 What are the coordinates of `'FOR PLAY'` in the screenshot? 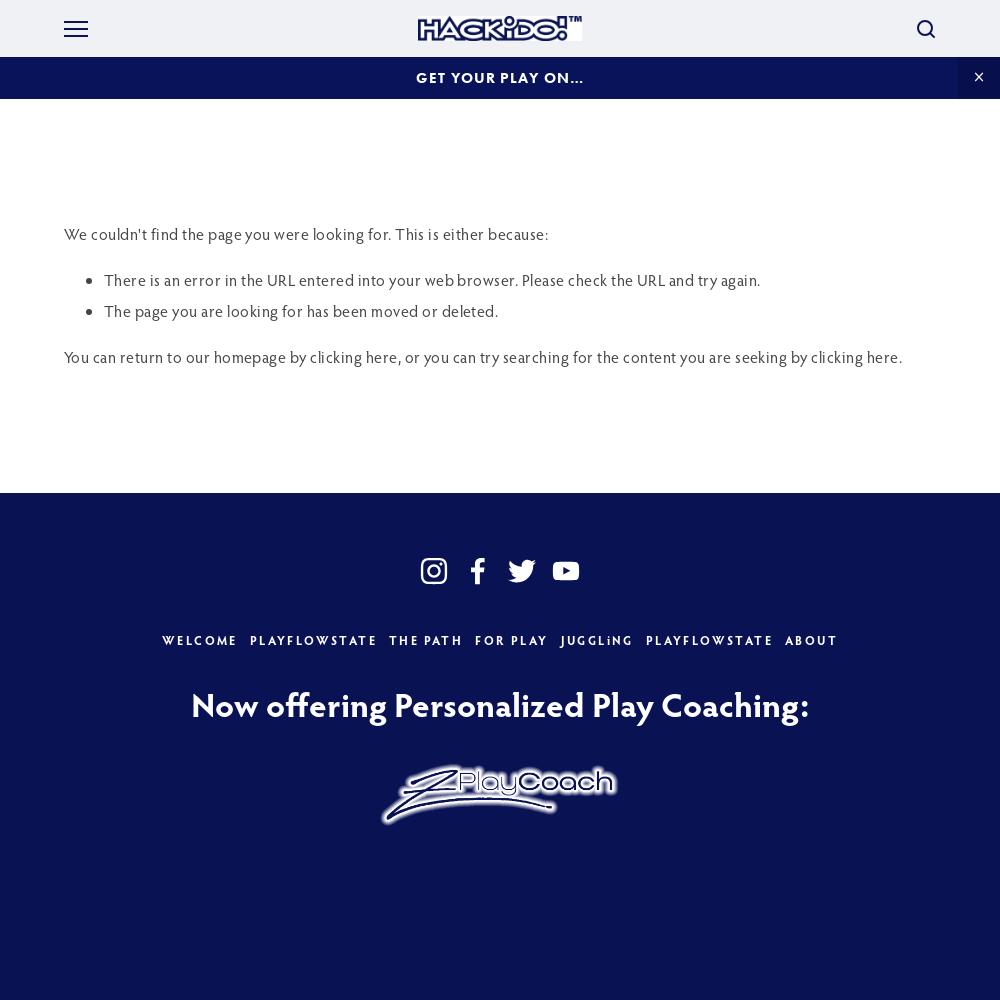 It's located at (474, 639).